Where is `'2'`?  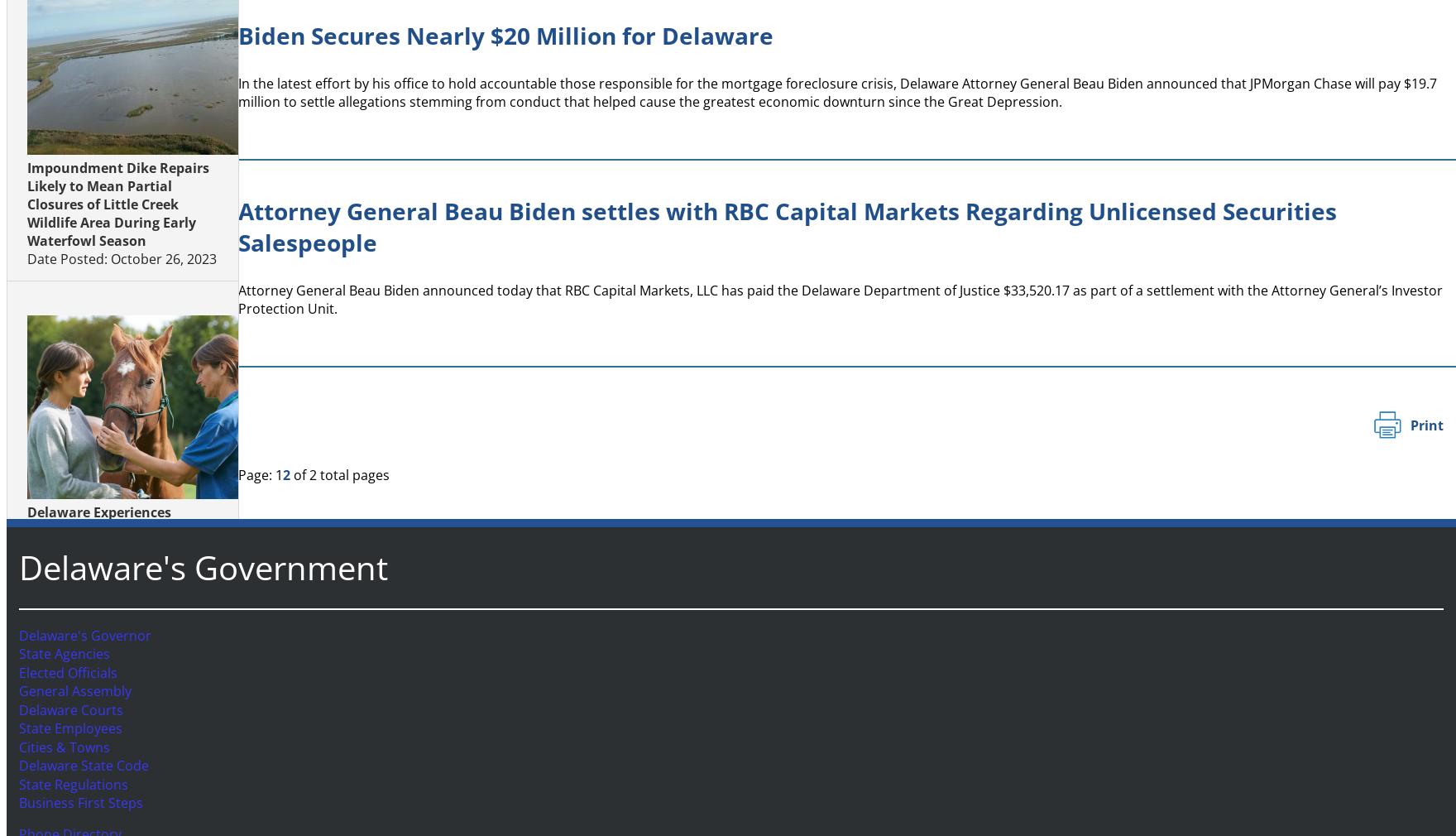
'2' is located at coordinates (285, 473).